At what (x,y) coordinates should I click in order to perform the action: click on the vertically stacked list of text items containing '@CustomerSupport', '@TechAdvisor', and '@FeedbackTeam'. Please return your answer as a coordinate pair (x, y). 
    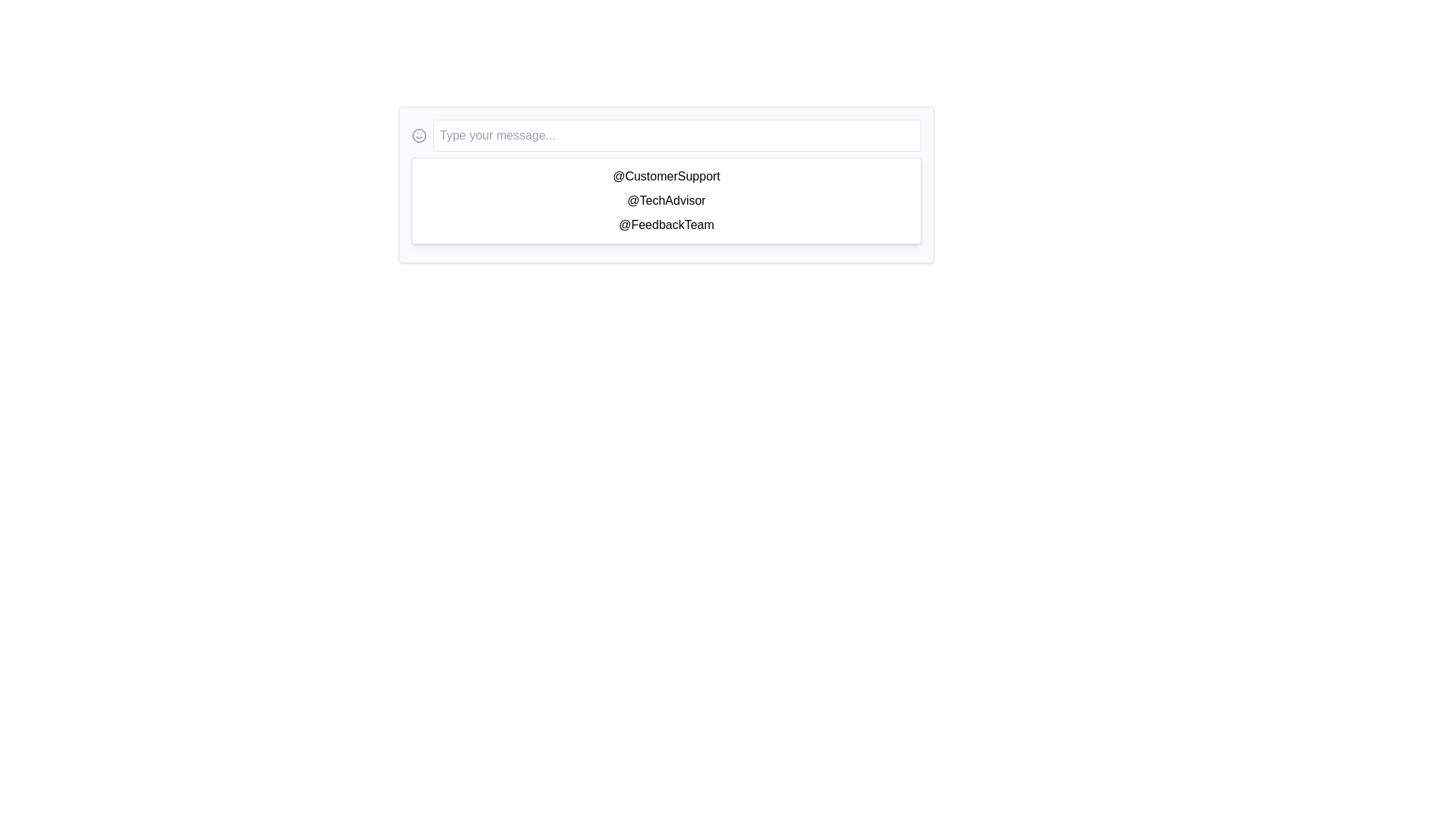
    Looking at the image, I should click on (666, 200).